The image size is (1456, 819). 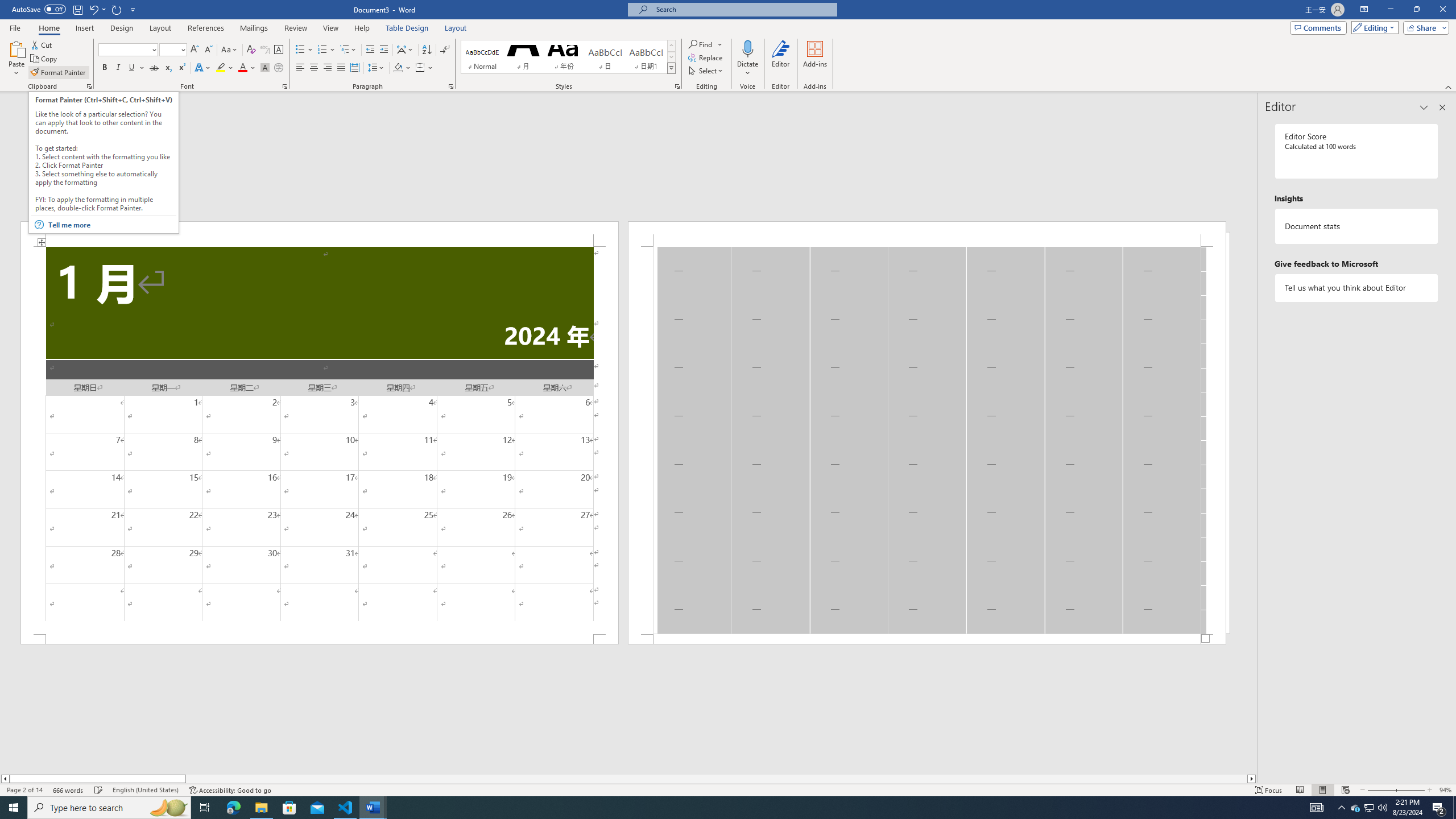 What do you see at coordinates (264, 49) in the screenshot?
I see `'Phonetic Guide...'` at bounding box center [264, 49].